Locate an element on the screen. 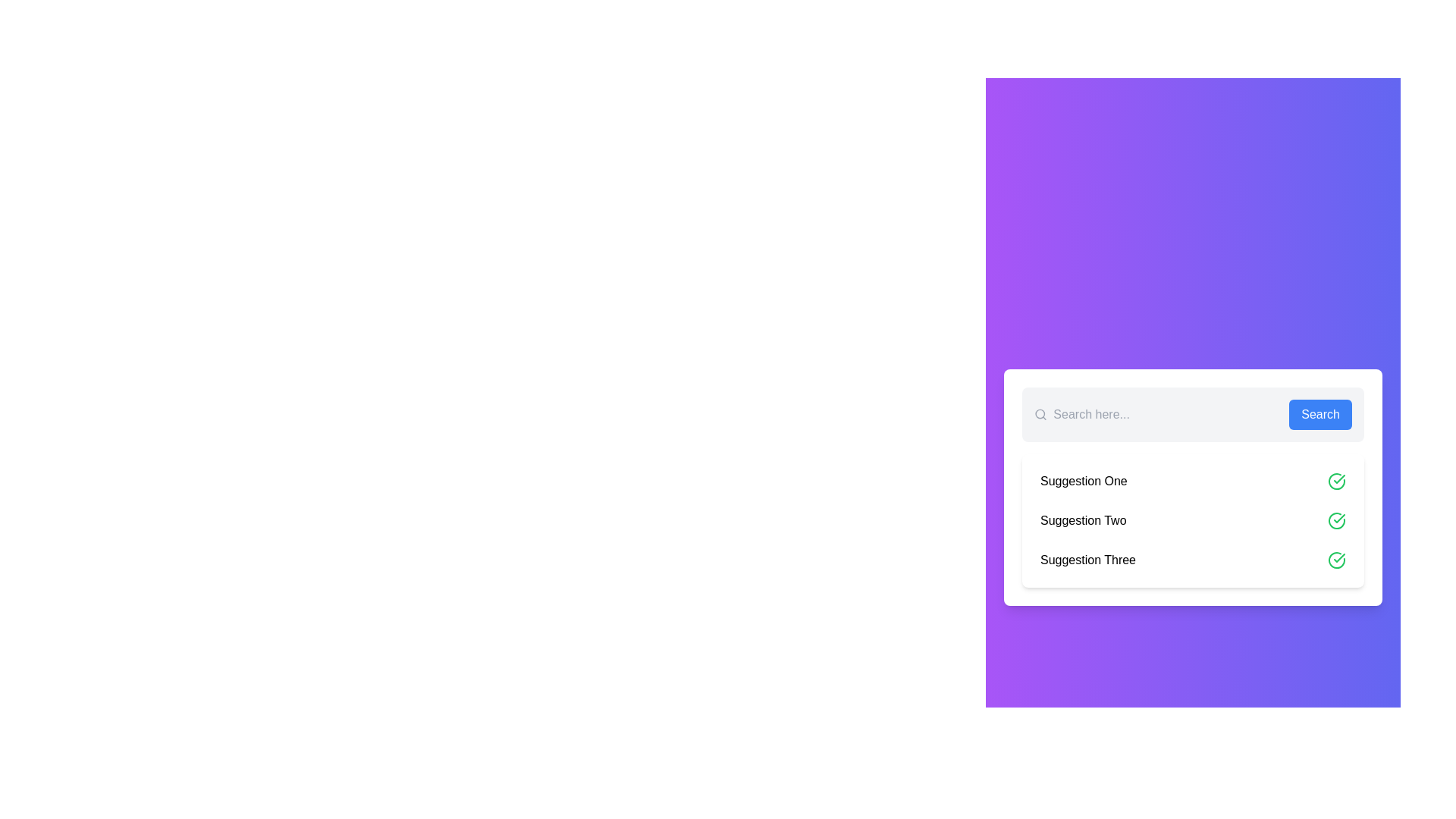 Image resolution: width=1456 pixels, height=819 pixels. the first suggestion item is located at coordinates (1192, 482).